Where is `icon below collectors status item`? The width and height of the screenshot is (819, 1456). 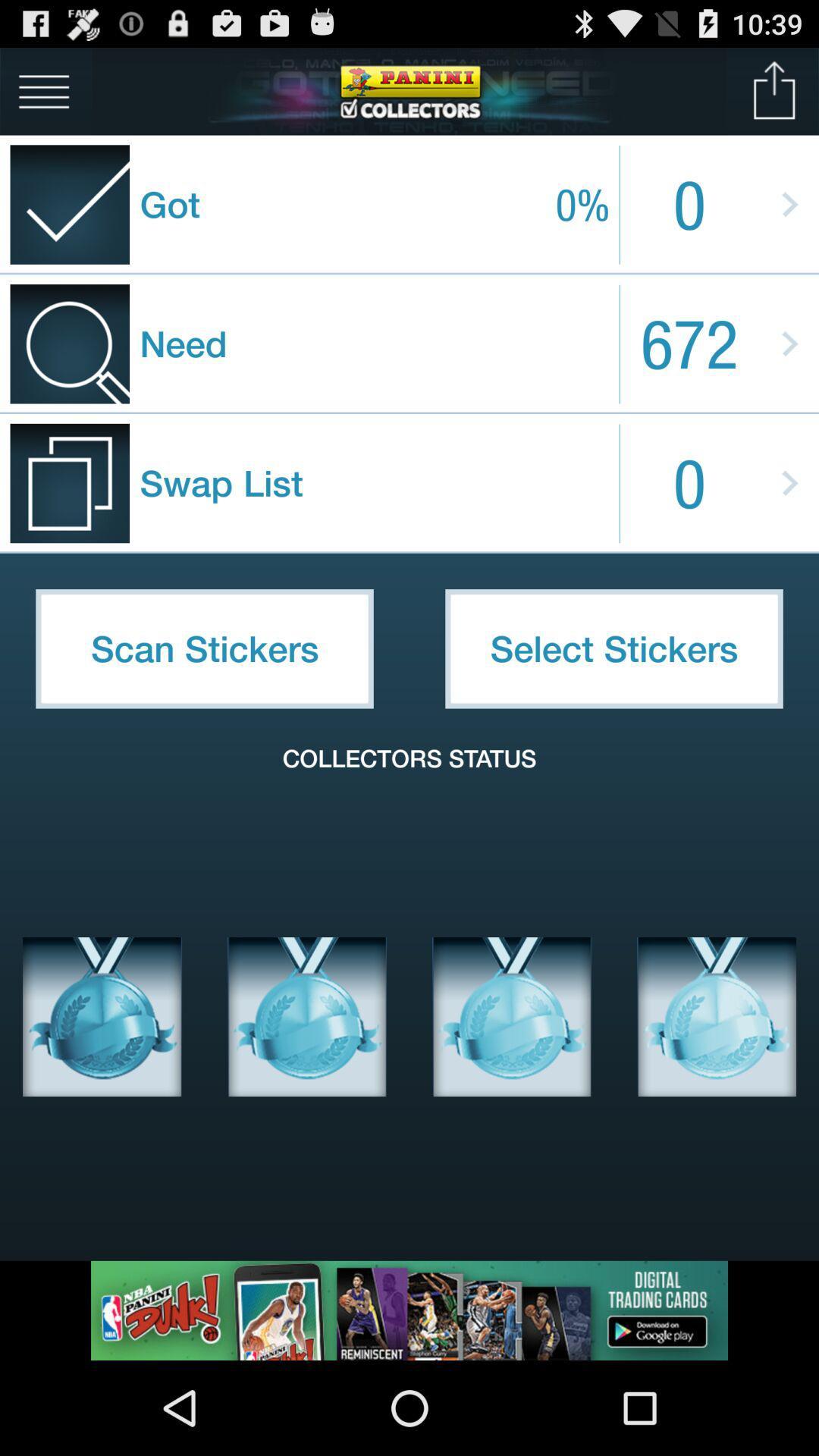 icon below collectors status item is located at coordinates (307, 1016).